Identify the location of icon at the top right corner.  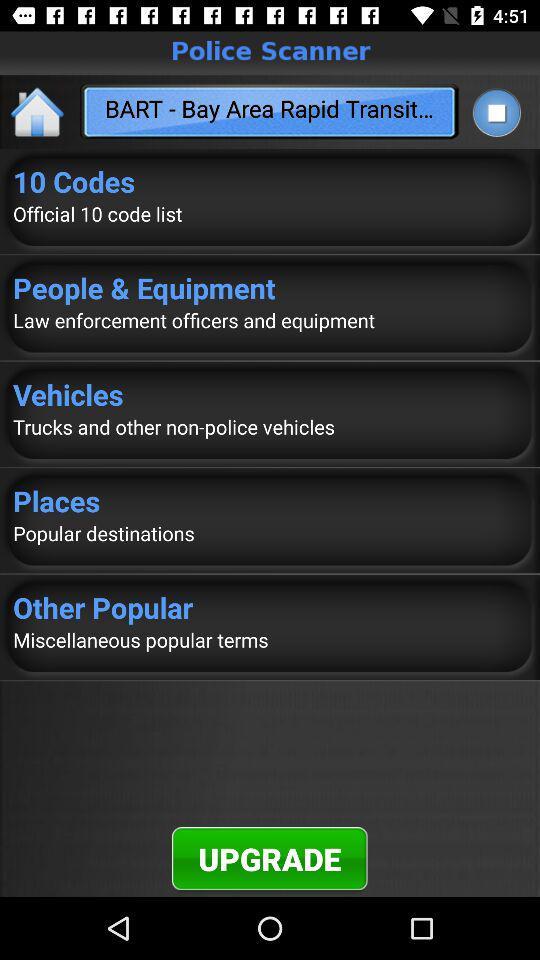
(495, 112).